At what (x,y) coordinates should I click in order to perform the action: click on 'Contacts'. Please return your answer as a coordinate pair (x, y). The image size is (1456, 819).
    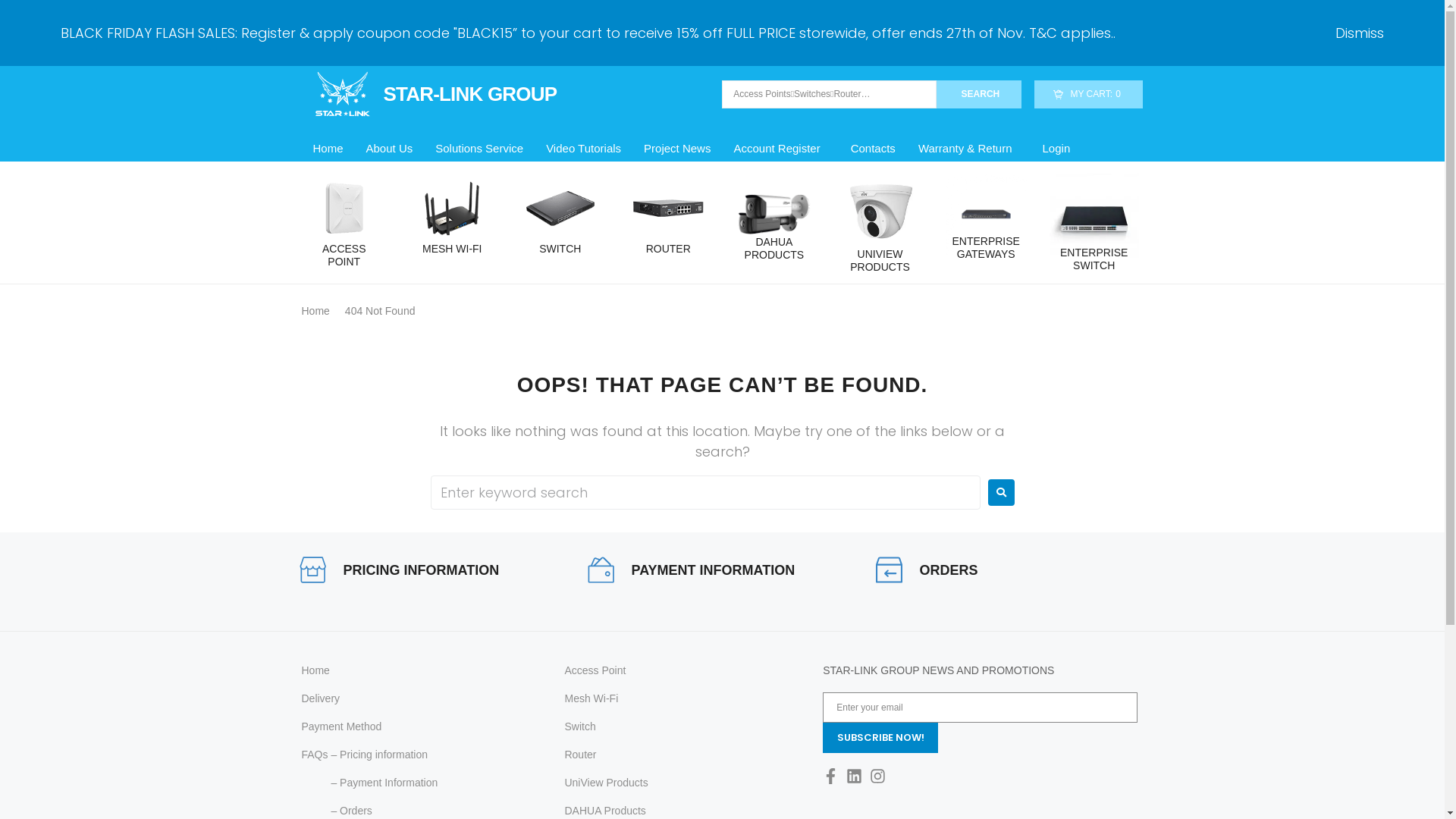
    Looking at the image, I should click on (873, 149).